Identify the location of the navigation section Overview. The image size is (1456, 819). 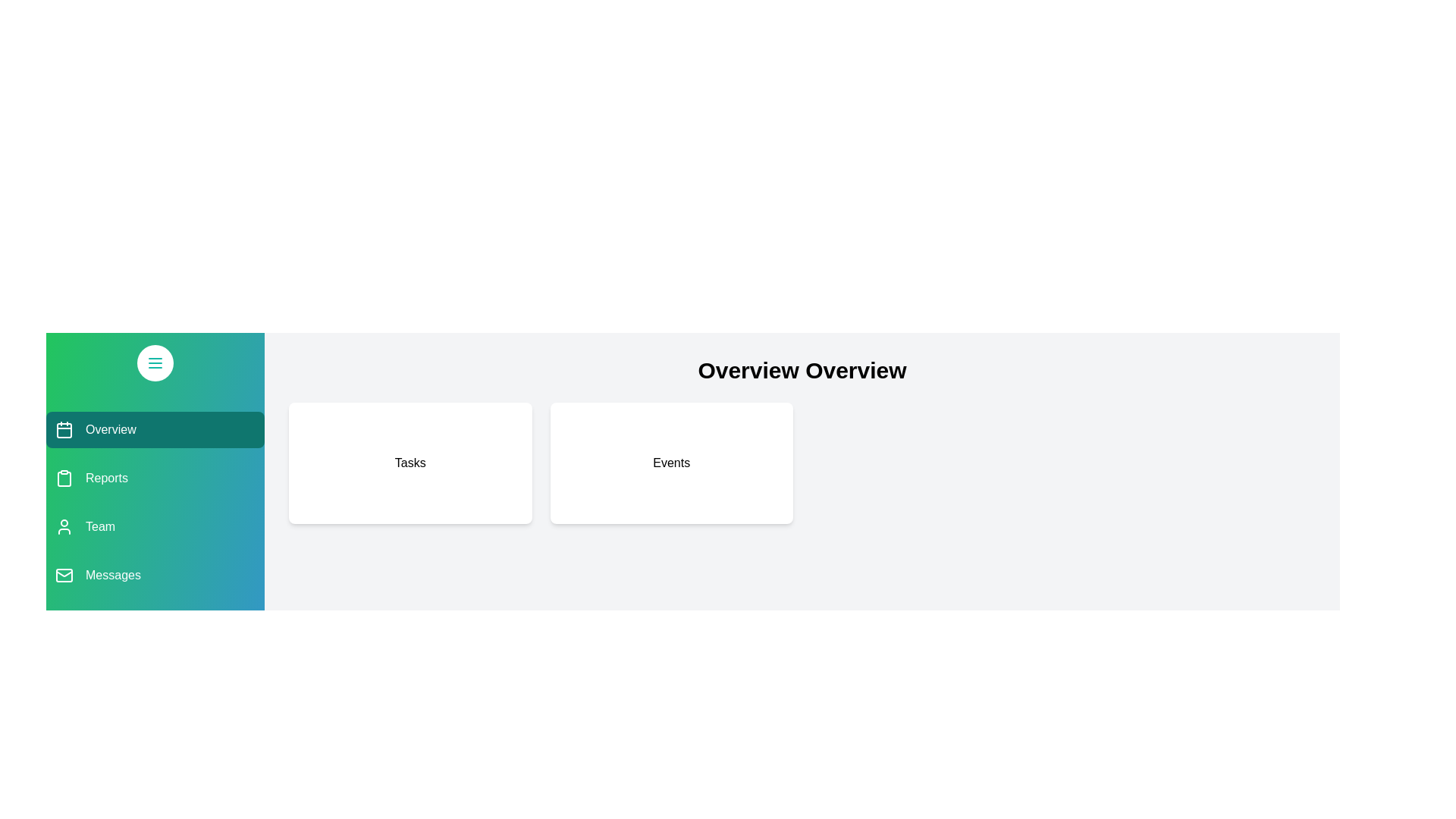
(155, 430).